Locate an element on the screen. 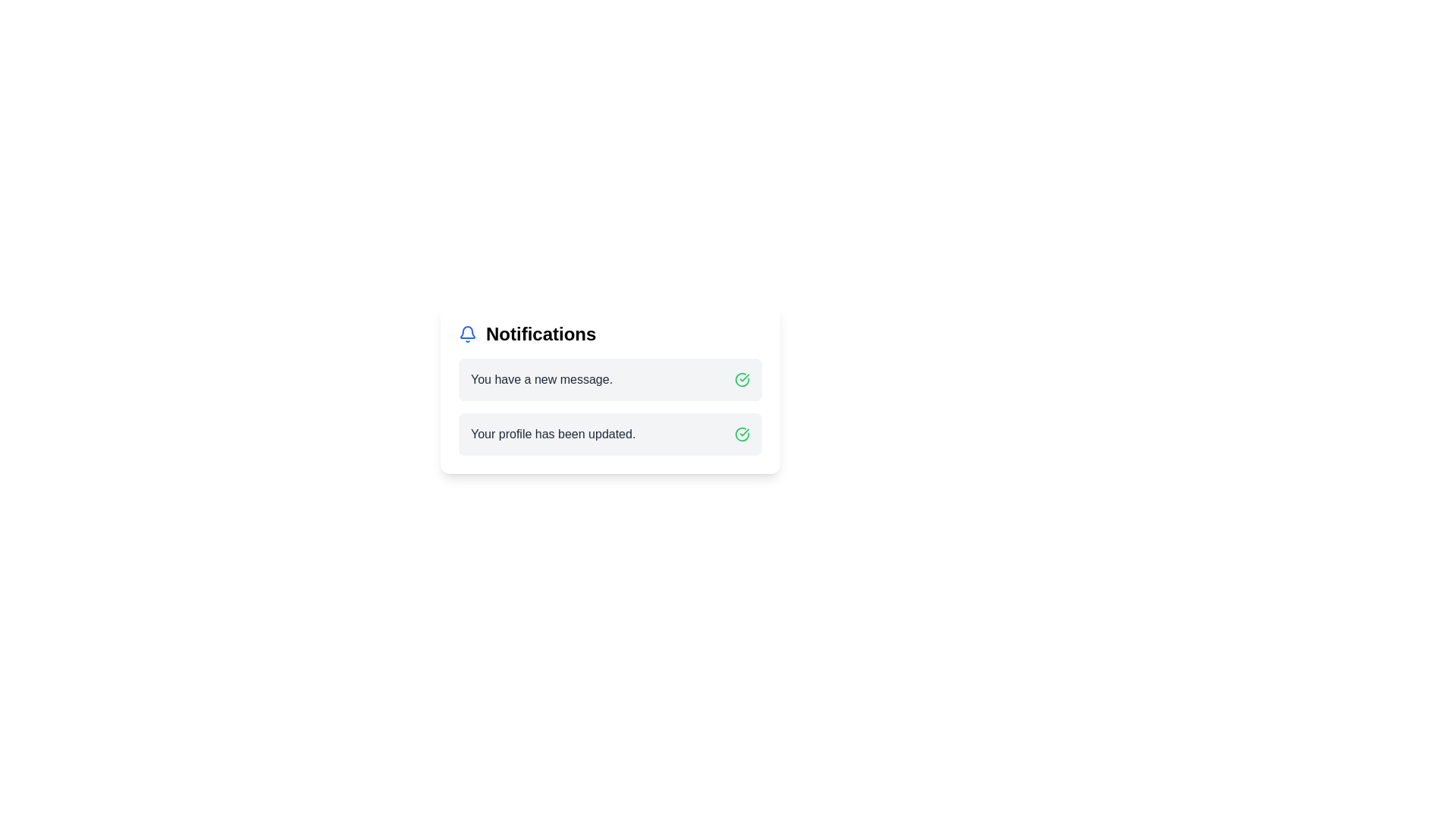 This screenshot has height=819, width=1456. the bell-shaped icon representing the main body of the notification graphic located in the top-left corner of the card displaying a 'Notifications' label is located at coordinates (467, 331).